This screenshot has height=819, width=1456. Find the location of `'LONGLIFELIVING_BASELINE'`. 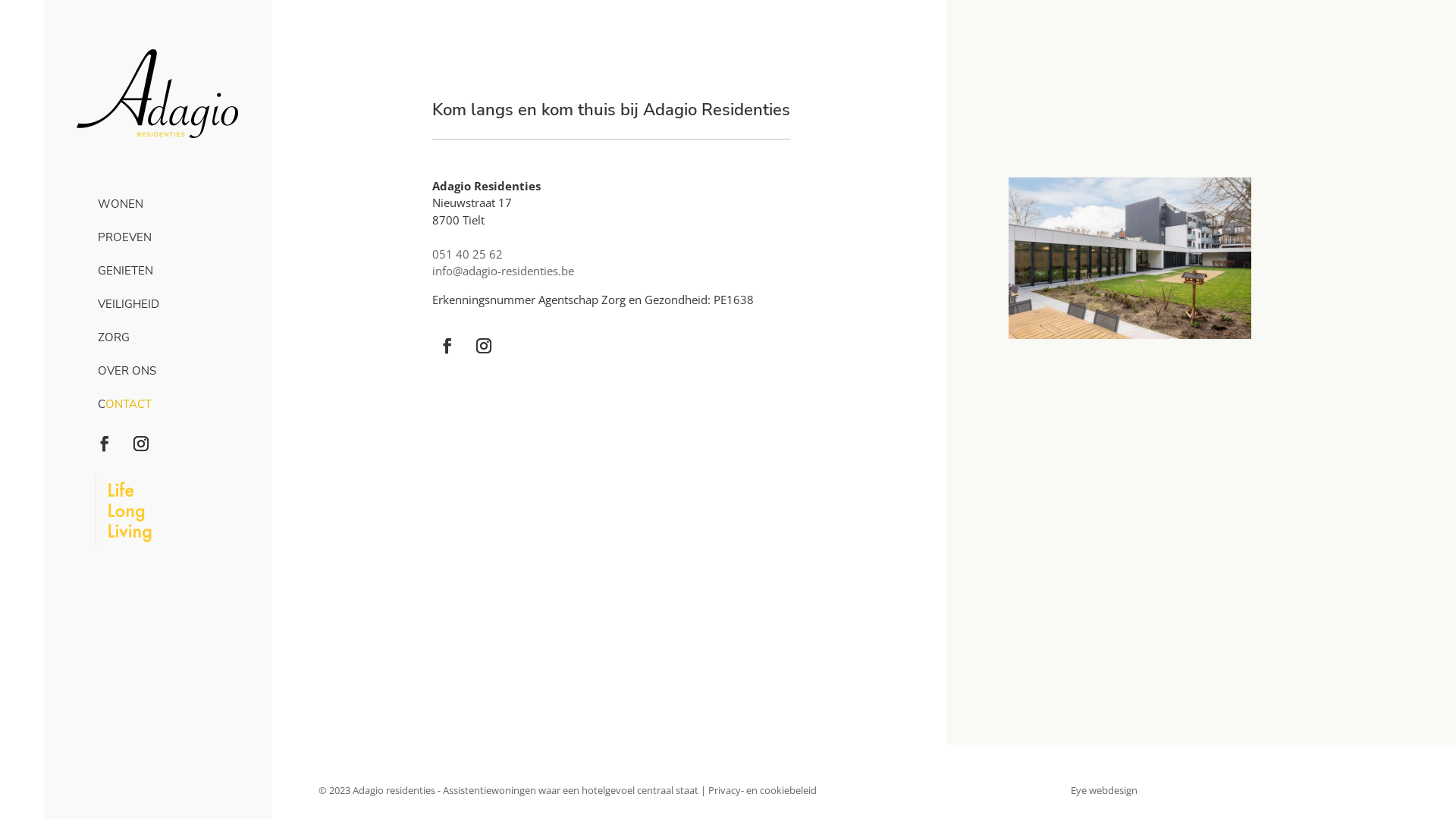

'LONGLIFELIVING_BASELINE' is located at coordinates (124, 511).